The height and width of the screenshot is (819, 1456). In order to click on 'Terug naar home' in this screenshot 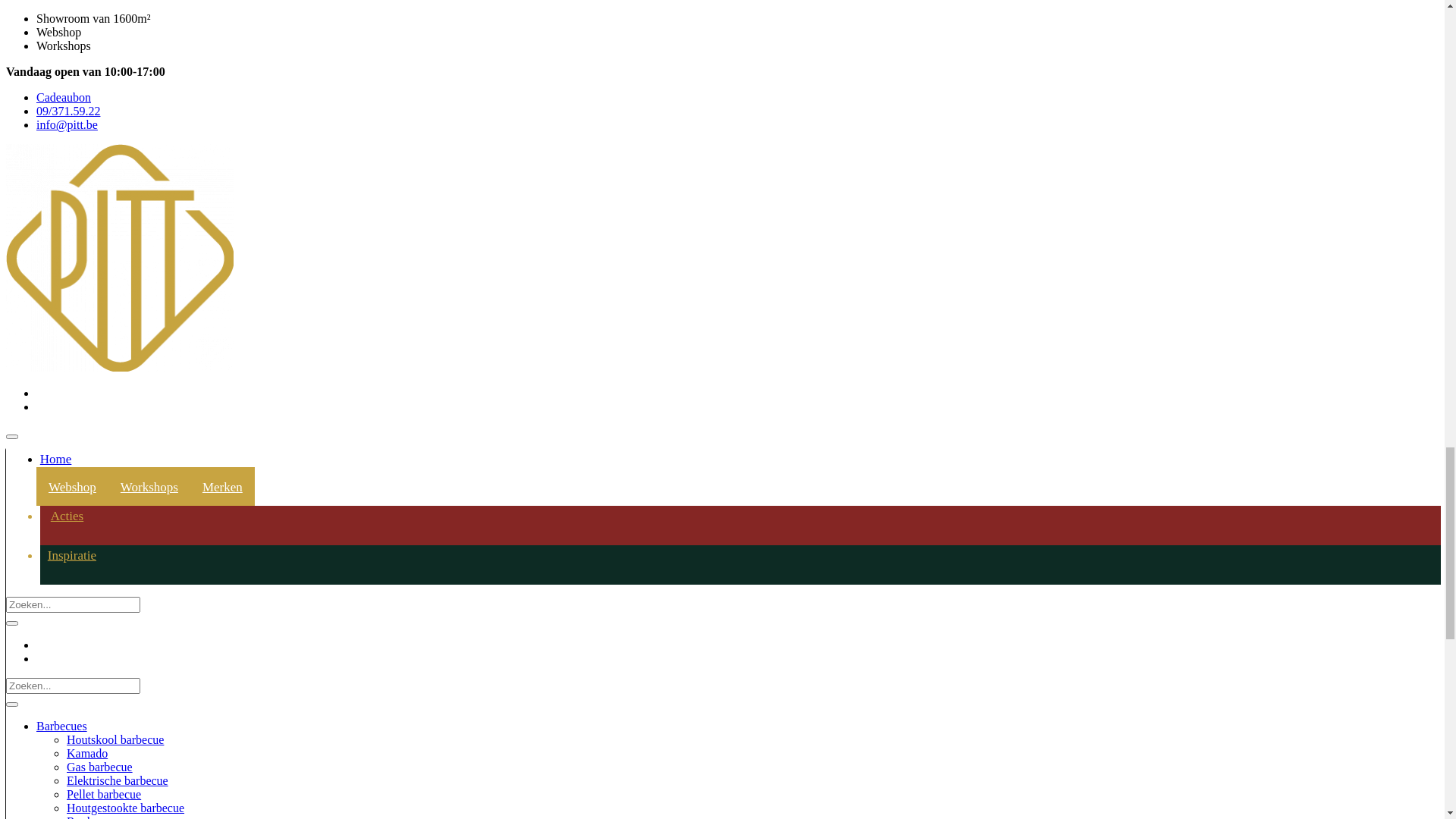, I will do `click(47, 271)`.